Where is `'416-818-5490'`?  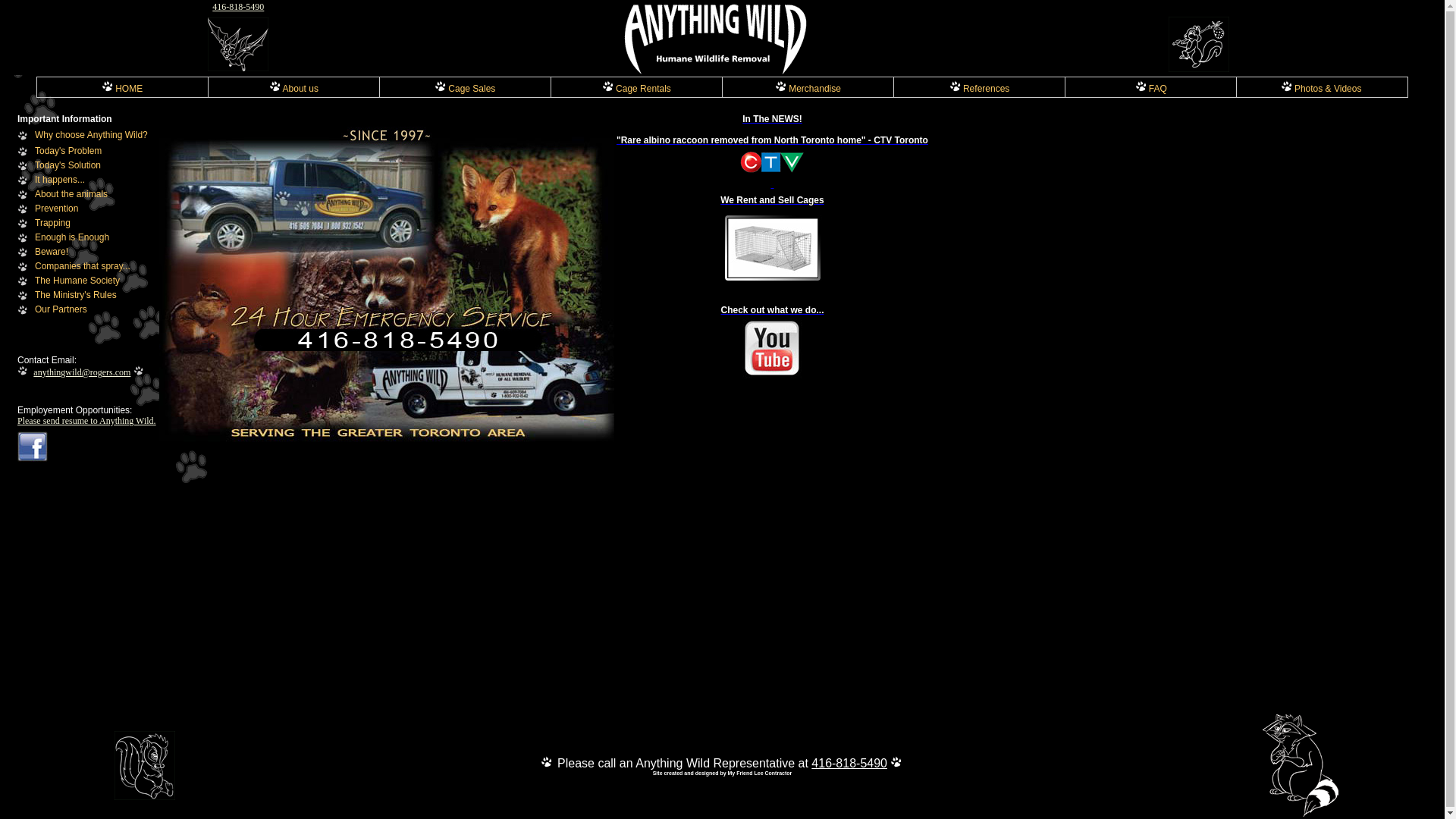
'416-818-5490' is located at coordinates (237, 6).